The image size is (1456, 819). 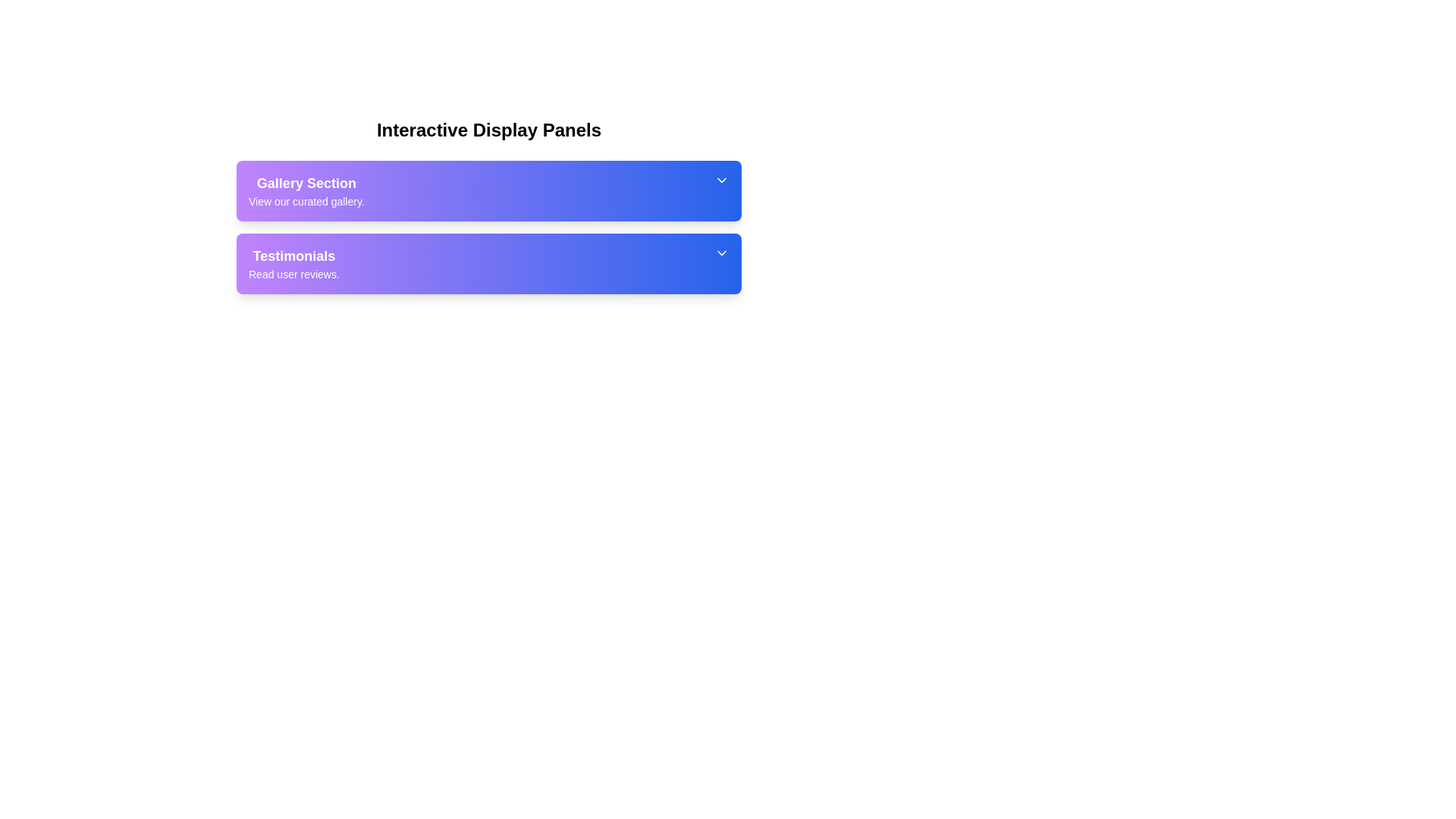 What do you see at coordinates (306, 201) in the screenshot?
I see `the non-interactive text label providing additional descriptive information about the 'Gallery Section', which is positioned beneath the 'Gallery Section' text within the purple gradient box` at bounding box center [306, 201].